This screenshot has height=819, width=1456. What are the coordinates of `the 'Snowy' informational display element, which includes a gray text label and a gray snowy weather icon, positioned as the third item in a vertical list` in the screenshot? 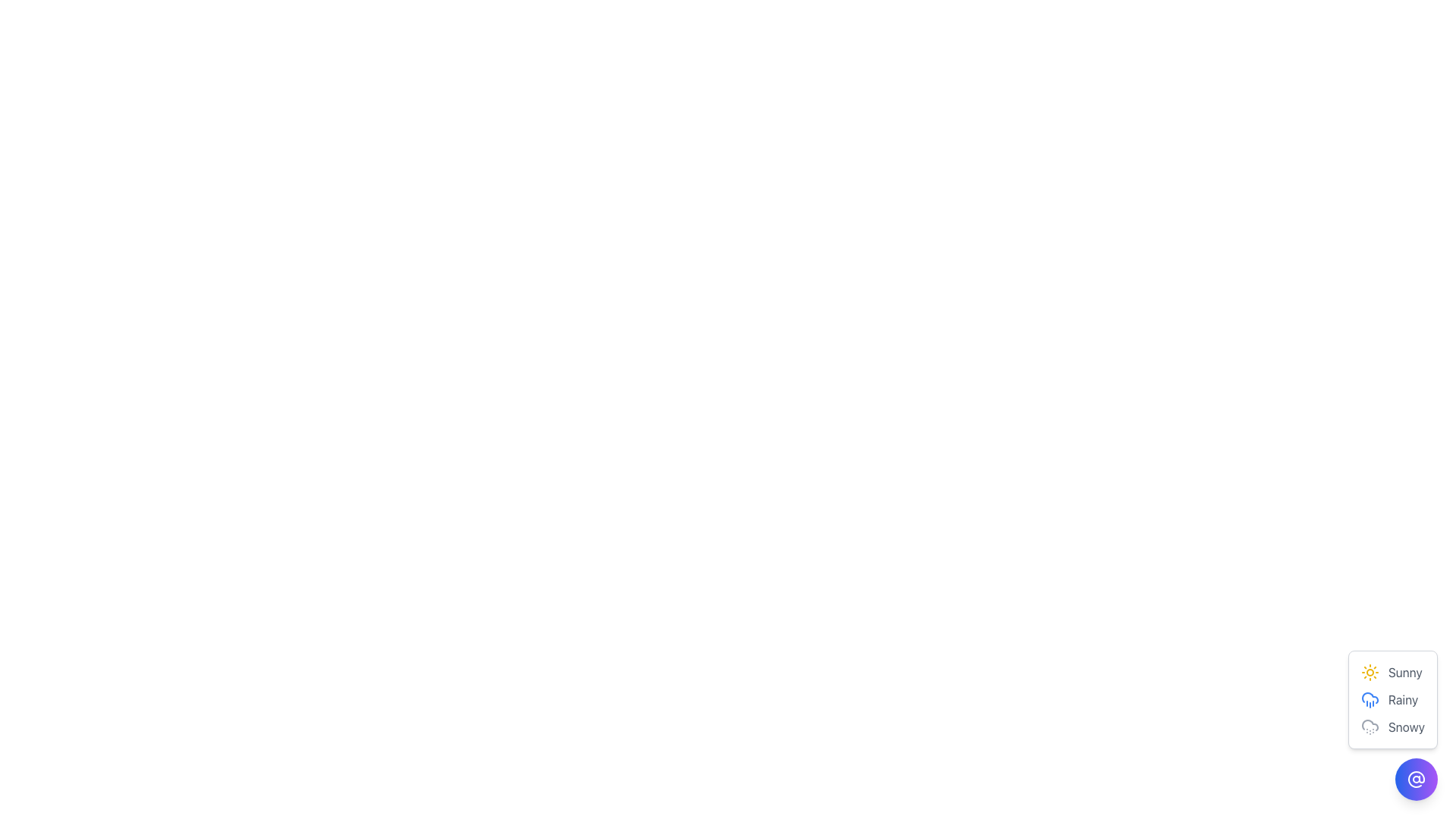 It's located at (1392, 726).